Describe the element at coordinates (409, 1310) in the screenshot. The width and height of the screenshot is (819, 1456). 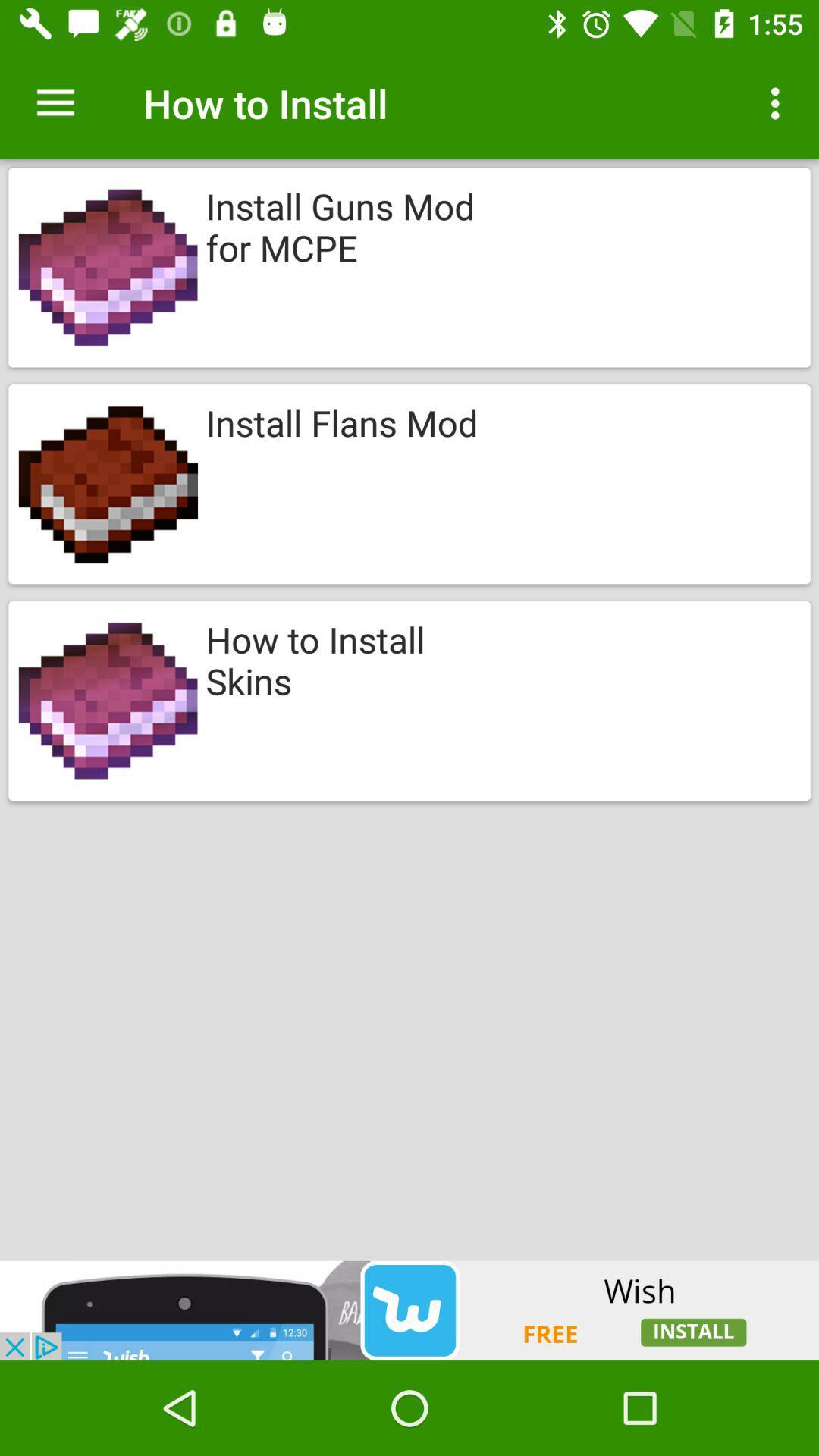
I see `open advertisement` at that location.